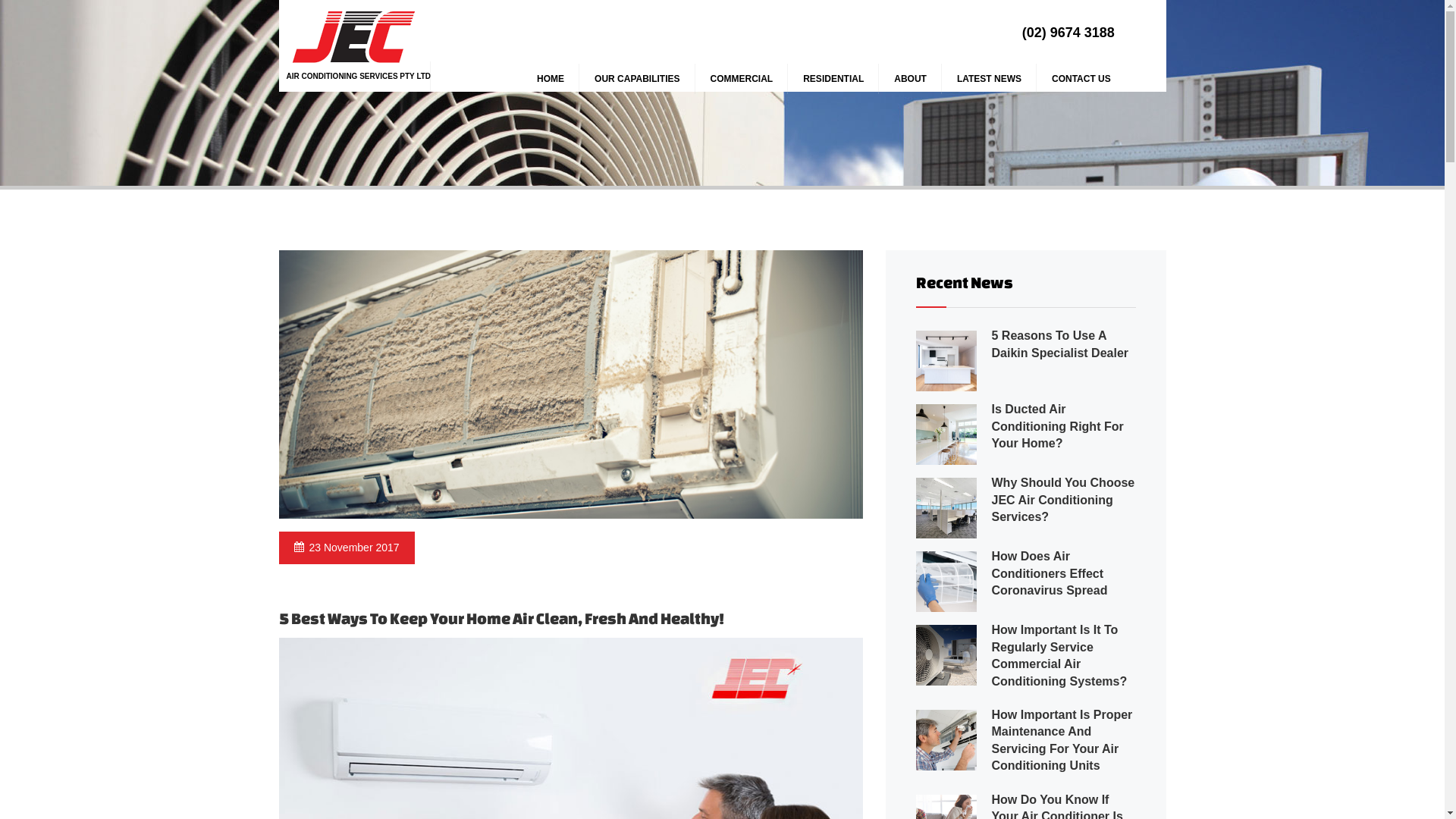  I want to click on 'RESIDENTIAL', so click(833, 79).